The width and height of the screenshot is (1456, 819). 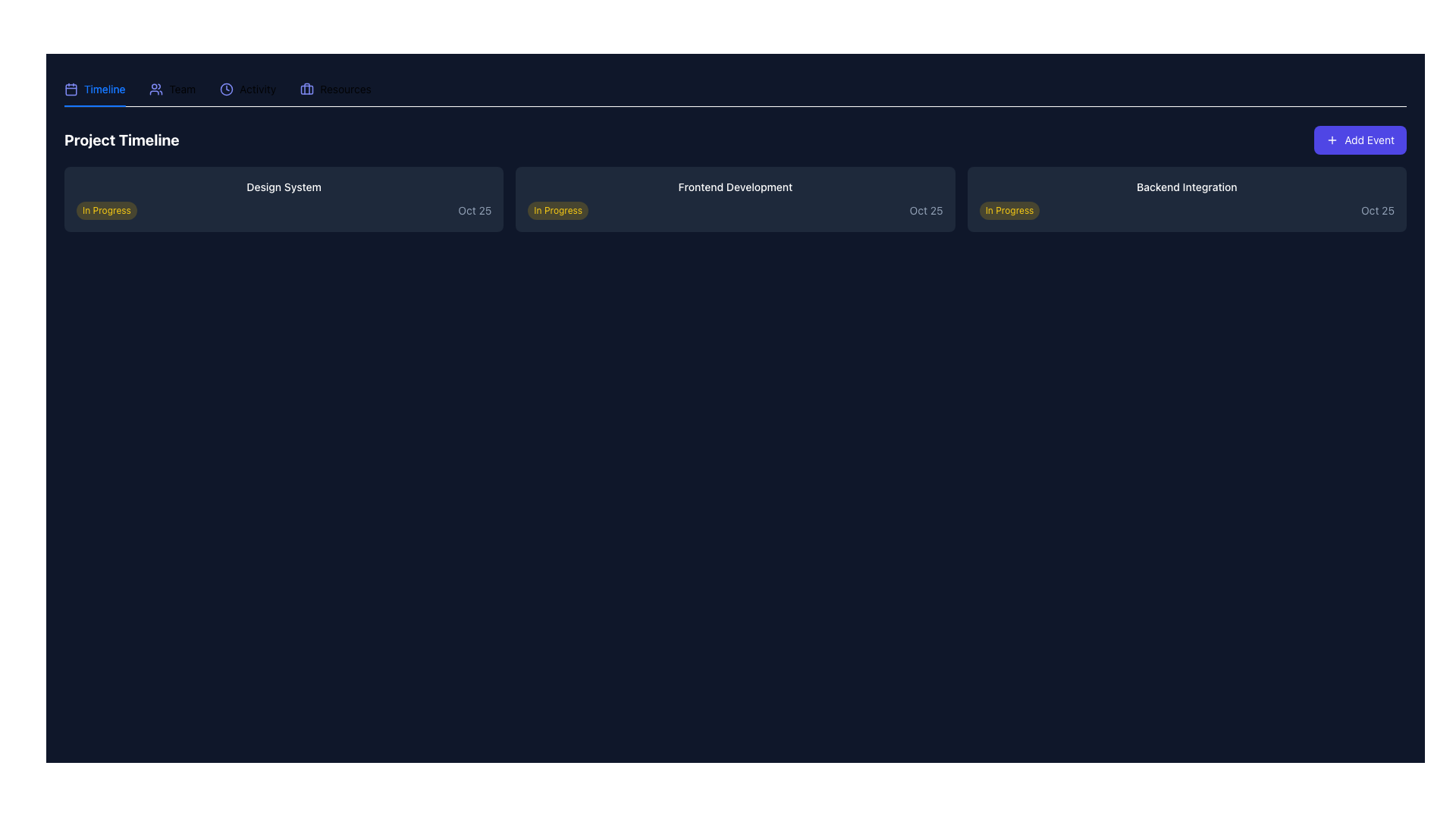 I want to click on text content of the text label displaying 'Design System' which is located at the center of the first card in a row of cards, so click(x=284, y=186).